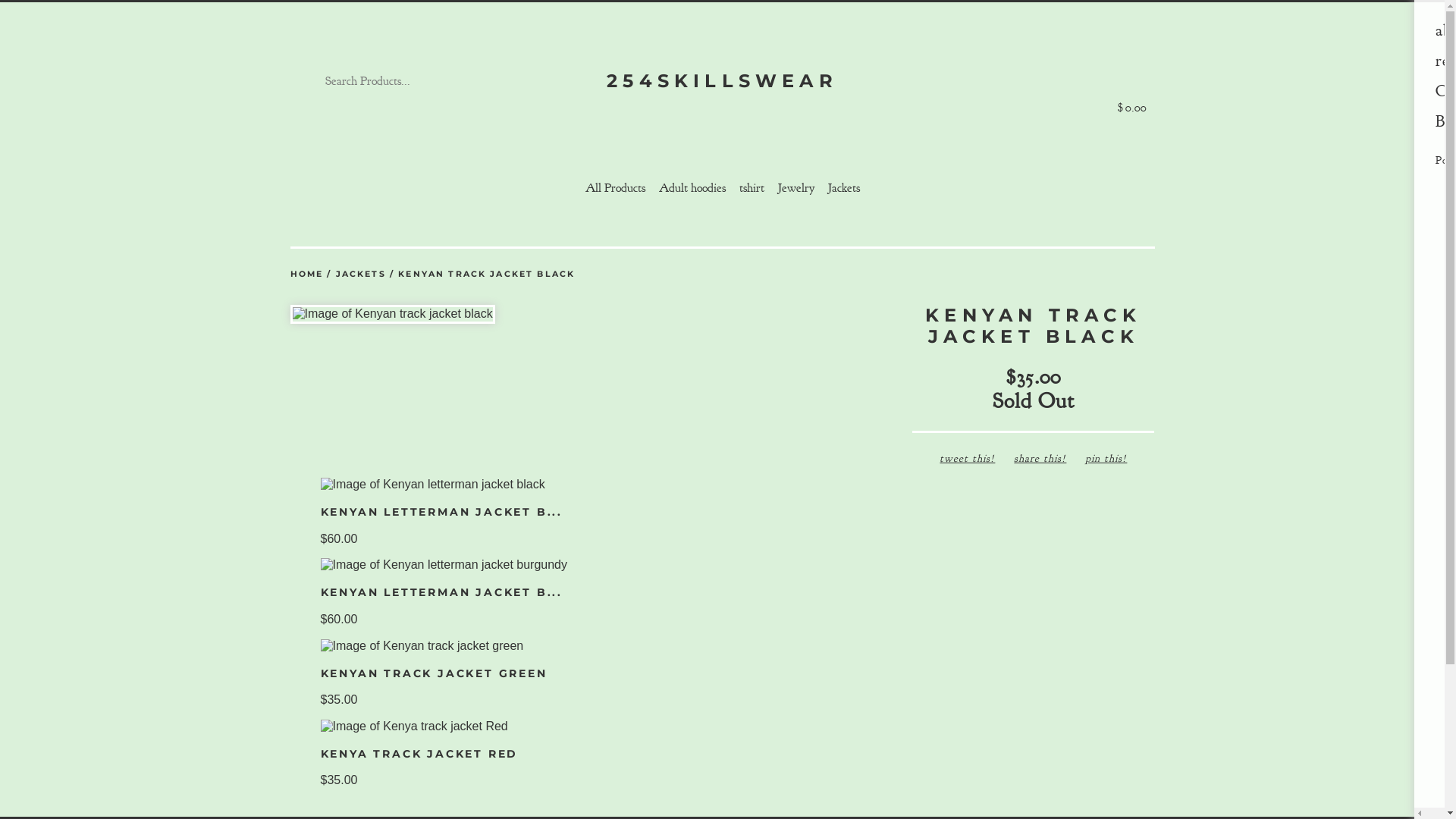  Describe the element at coordinates (290, 274) in the screenshot. I see `'HOME'` at that location.